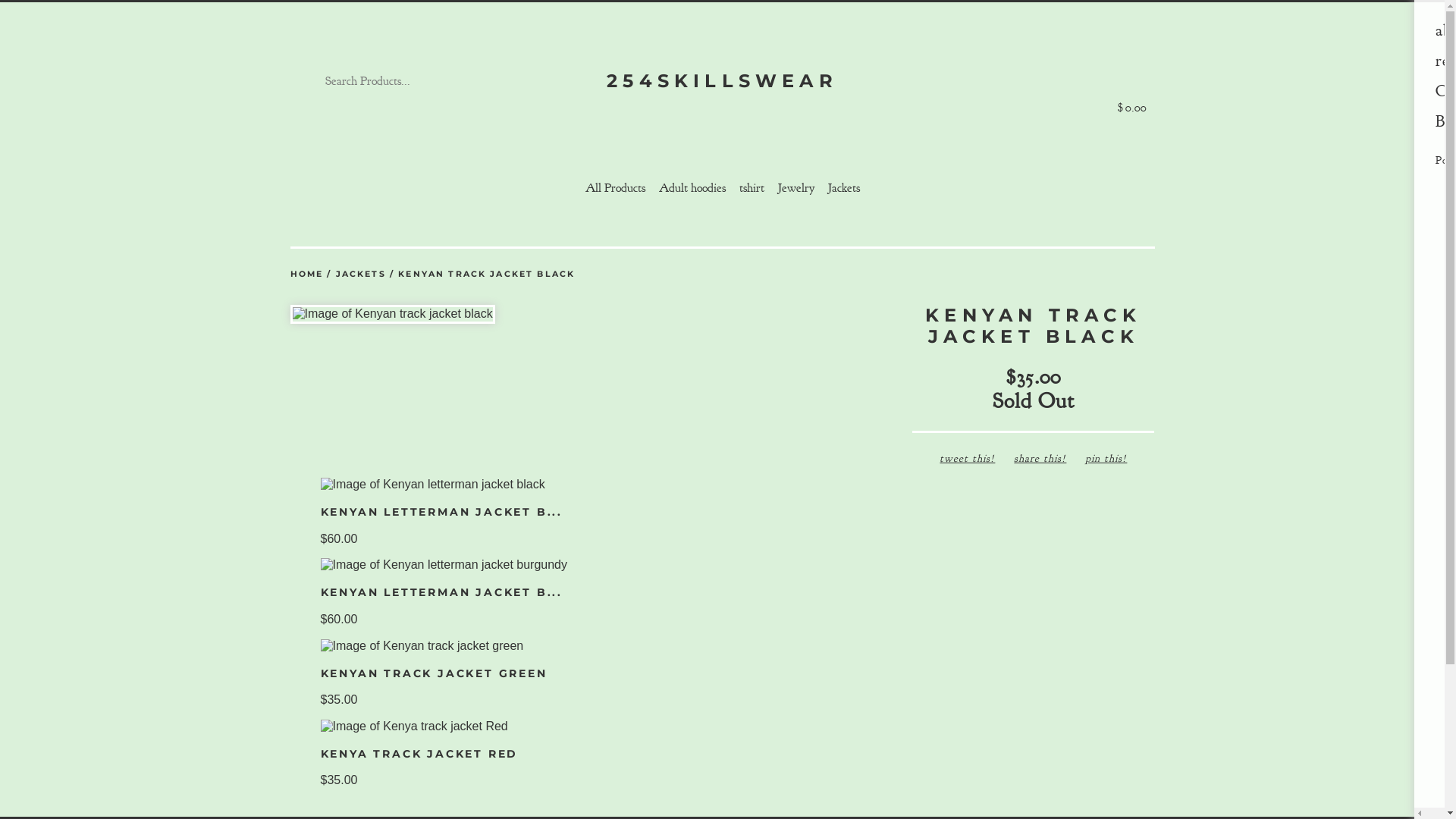  Describe the element at coordinates (290, 274) in the screenshot. I see `'HOME'` at that location.